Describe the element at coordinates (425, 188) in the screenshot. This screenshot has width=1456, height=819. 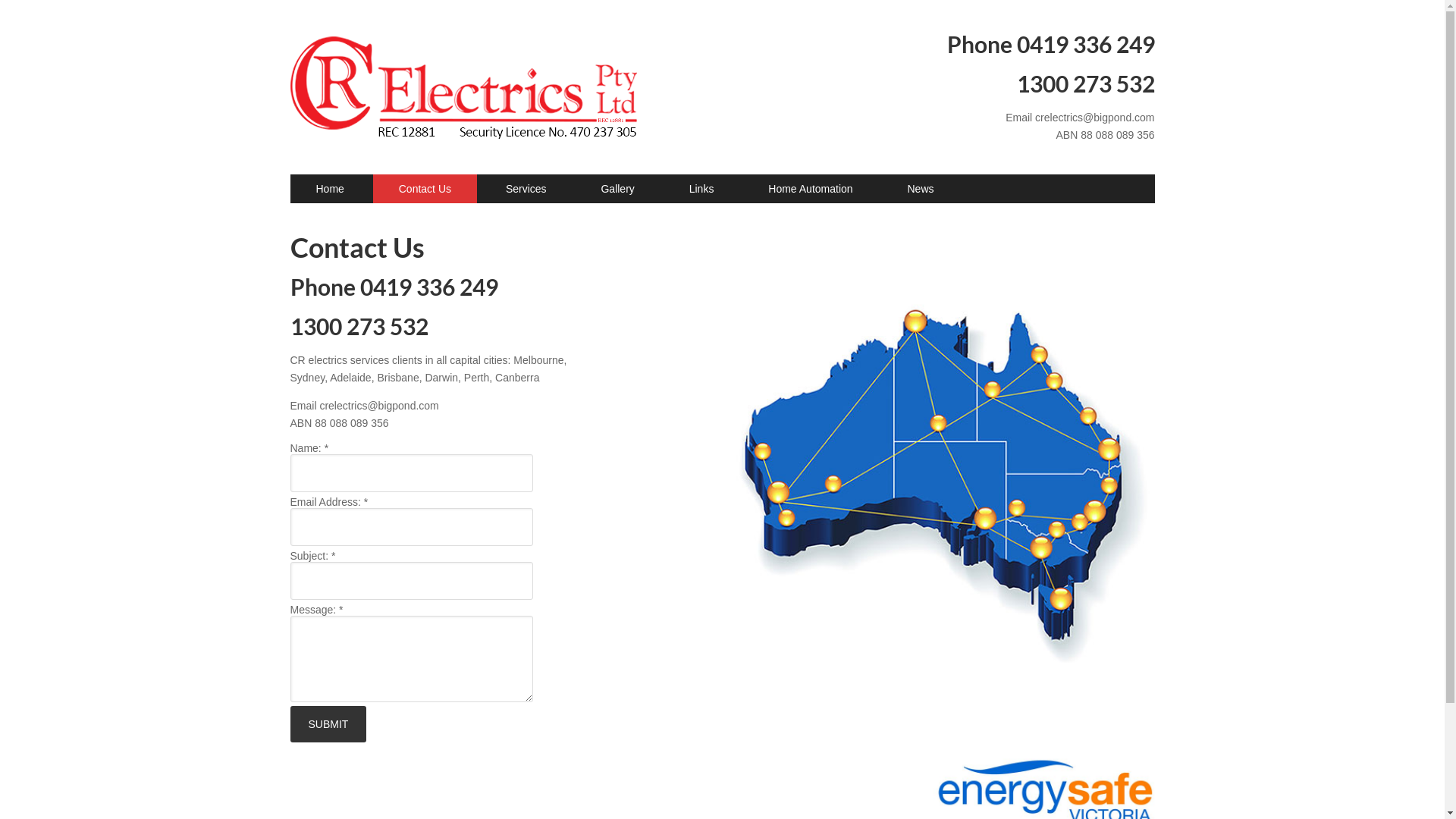
I see `'Contact Us'` at that location.